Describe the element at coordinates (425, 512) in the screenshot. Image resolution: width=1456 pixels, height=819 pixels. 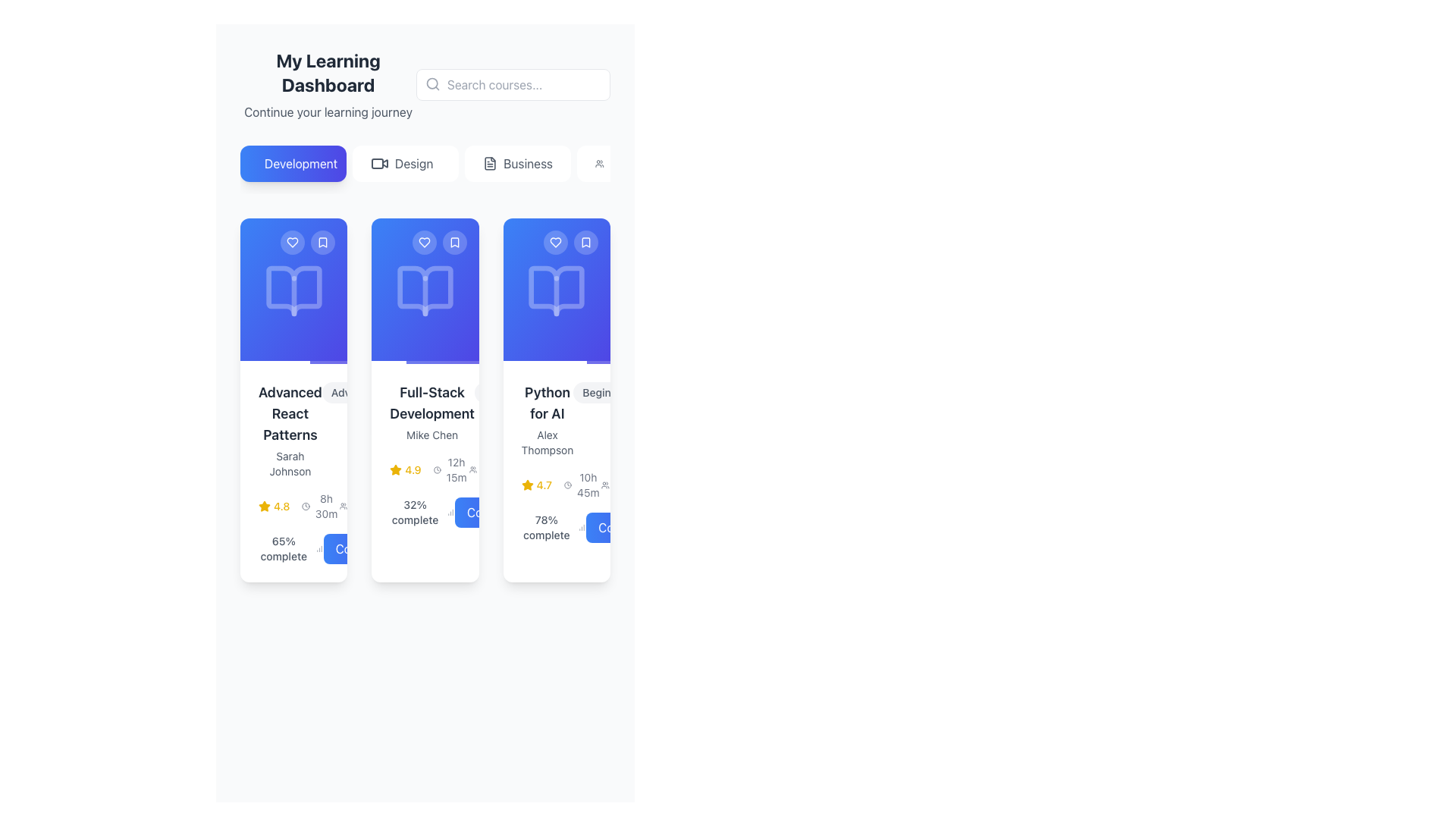
I see `the text '32% complete' with the accompanying bar chart icon located in the lower-right area of the 'Full-Stack Development' card, just above the 'Continue' button` at that location.